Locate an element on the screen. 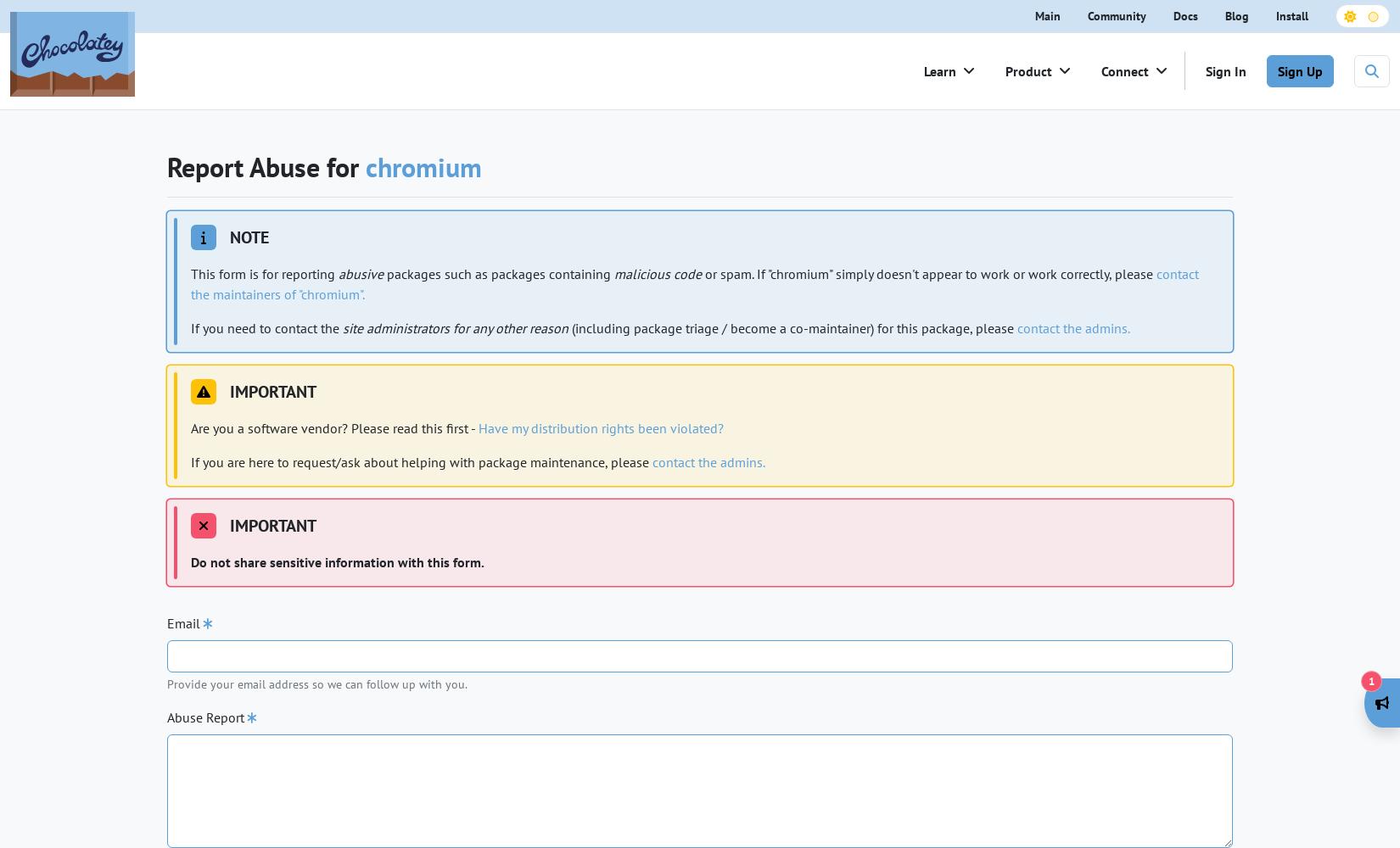 Image resolution: width=1400 pixels, height=848 pixels. 'Abuse Report' is located at coordinates (167, 717).